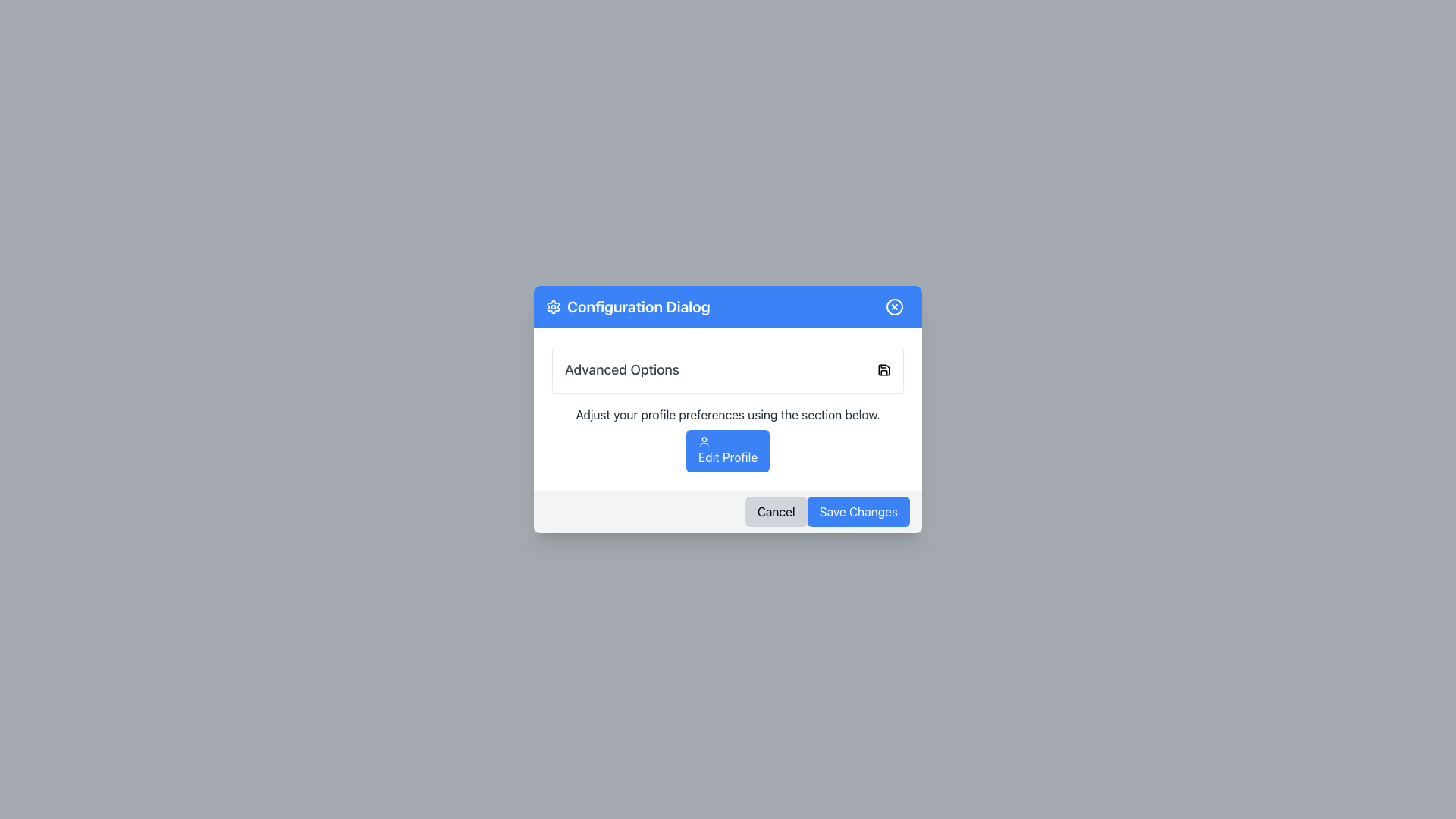 The image size is (1456, 819). I want to click on the settings icon located at the top-left corner of the dialog box, next to the text 'Configuration Dialog', to interact with it, so click(552, 307).